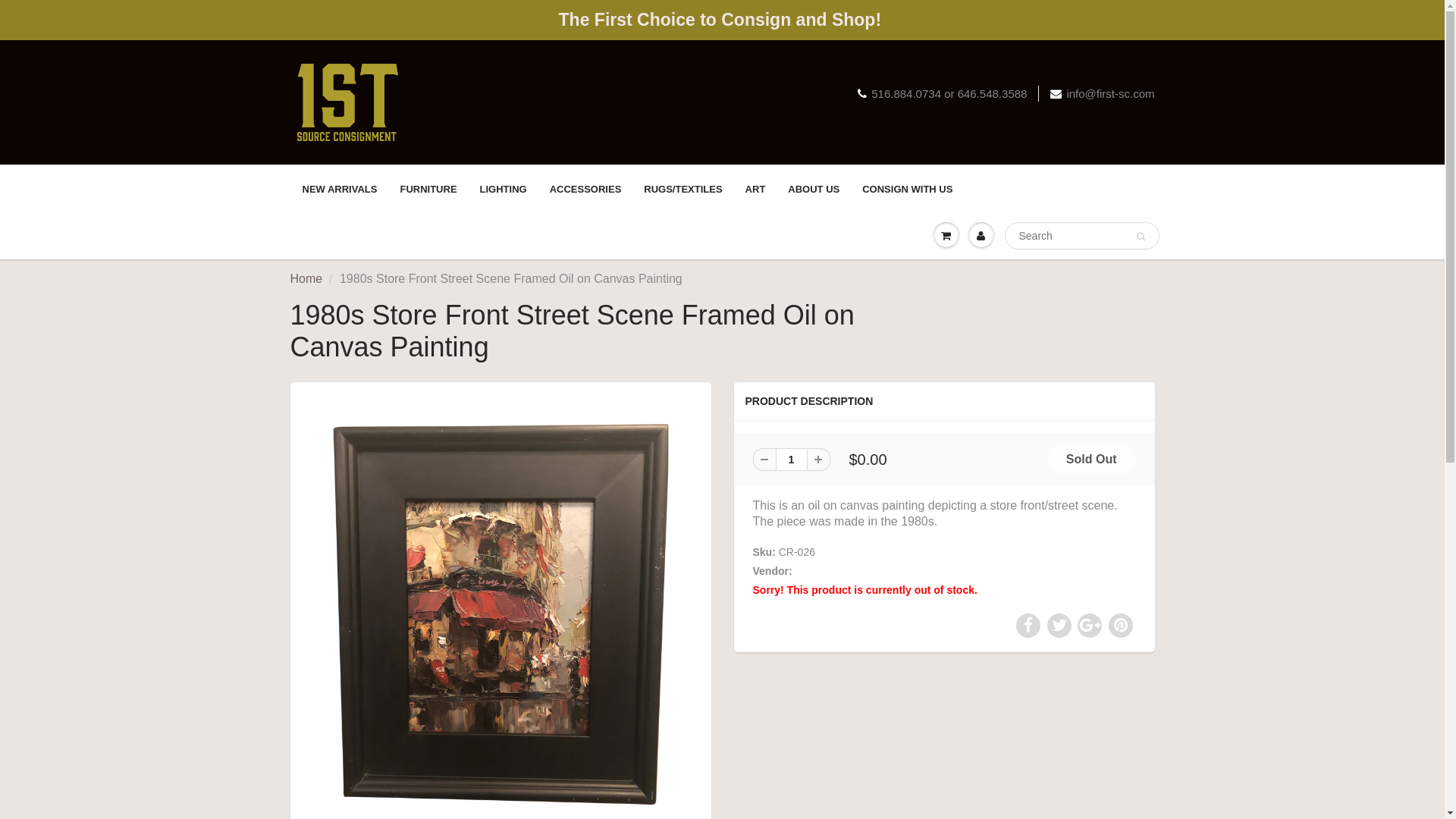 The image size is (1456, 819). What do you see at coordinates (853, 570) in the screenshot?
I see `'1st Source Consignment'` at bounding box center [853, 570].